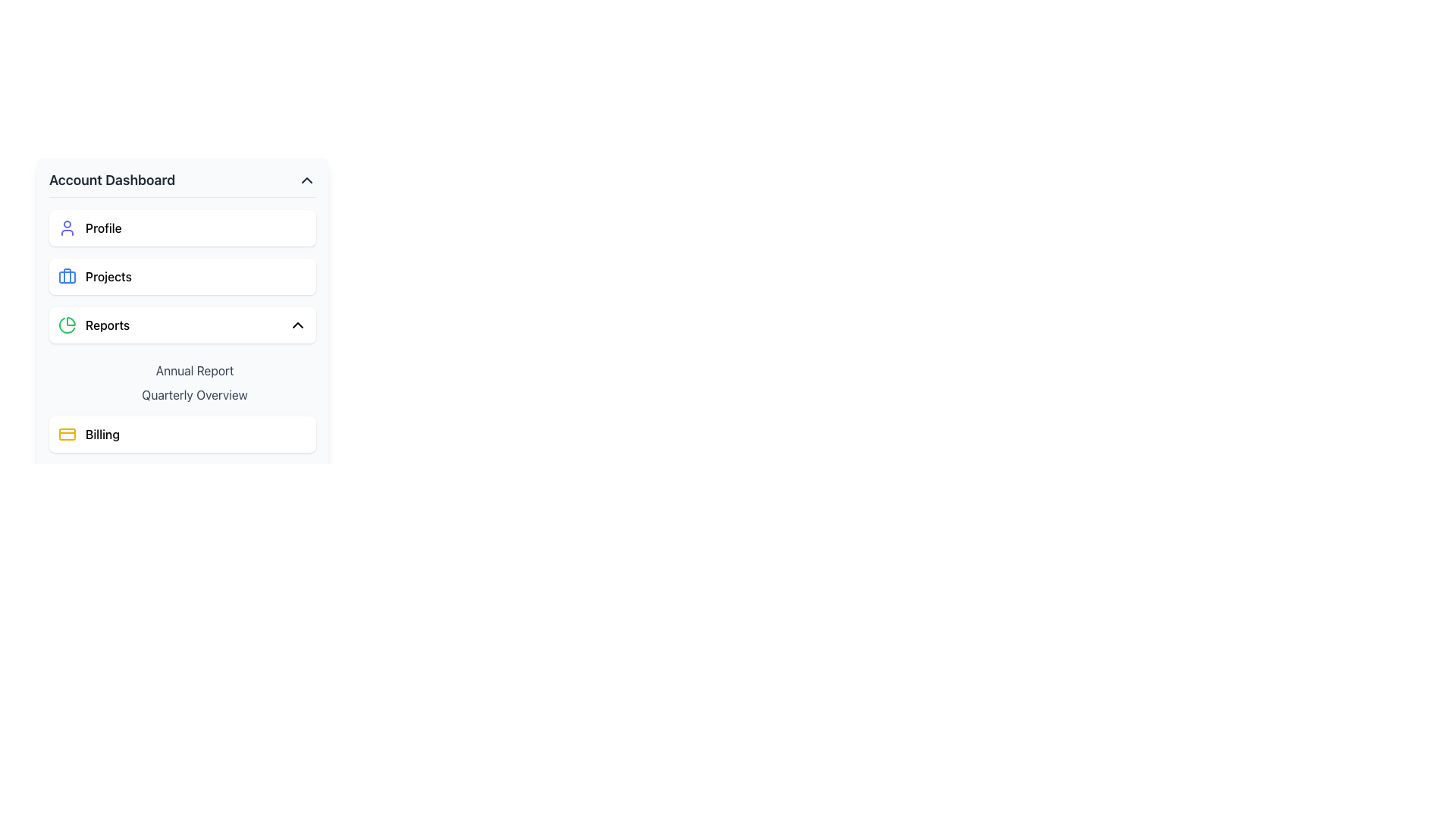  I want to click on the 'Quarterly Overview' text label located centrally in the navigation sidebar, positioned directly below 'Annual Report', so click(194, 394).